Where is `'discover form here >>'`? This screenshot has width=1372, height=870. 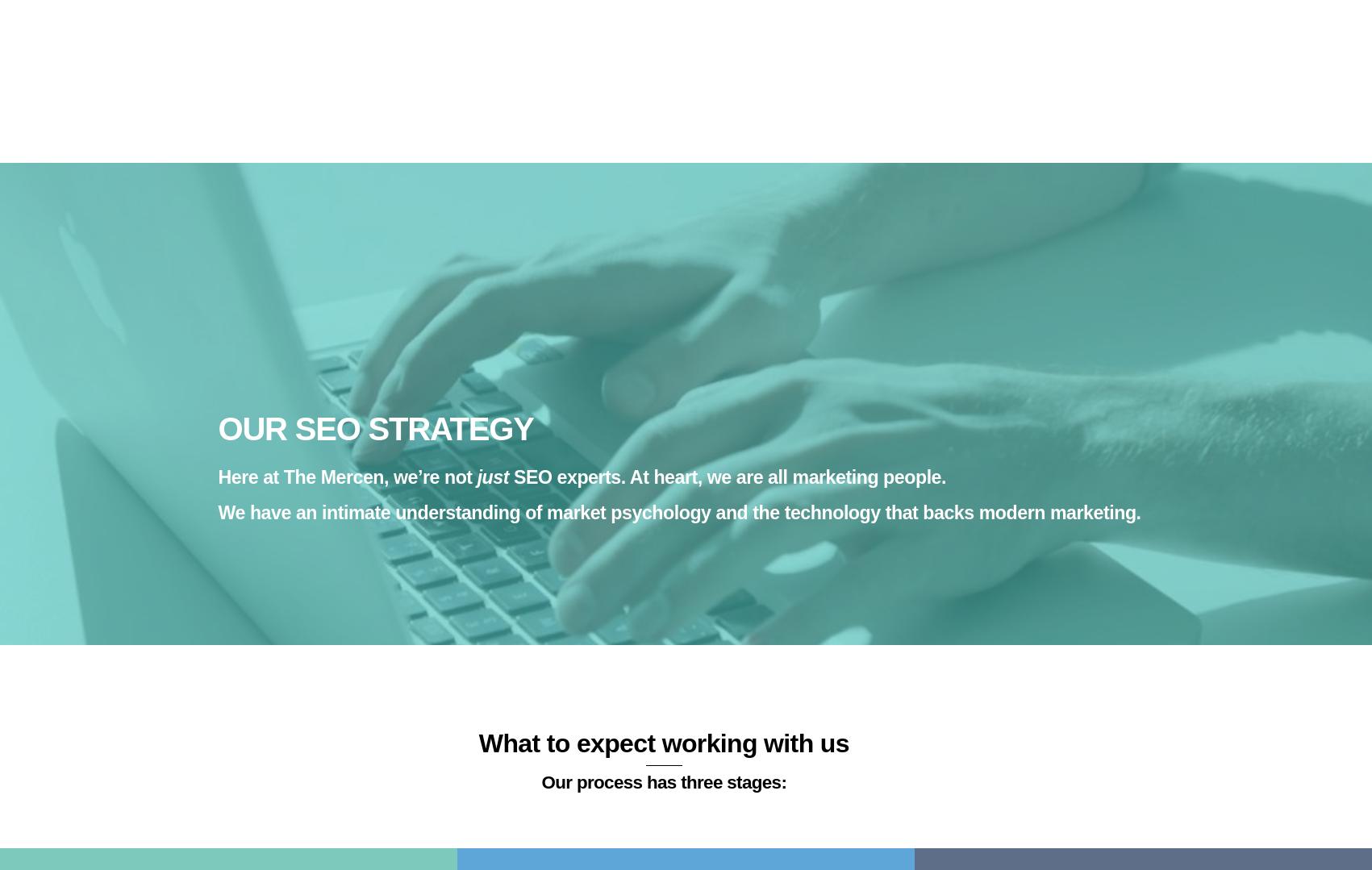 'discover form here >>' is located at coordinates (458, 547).